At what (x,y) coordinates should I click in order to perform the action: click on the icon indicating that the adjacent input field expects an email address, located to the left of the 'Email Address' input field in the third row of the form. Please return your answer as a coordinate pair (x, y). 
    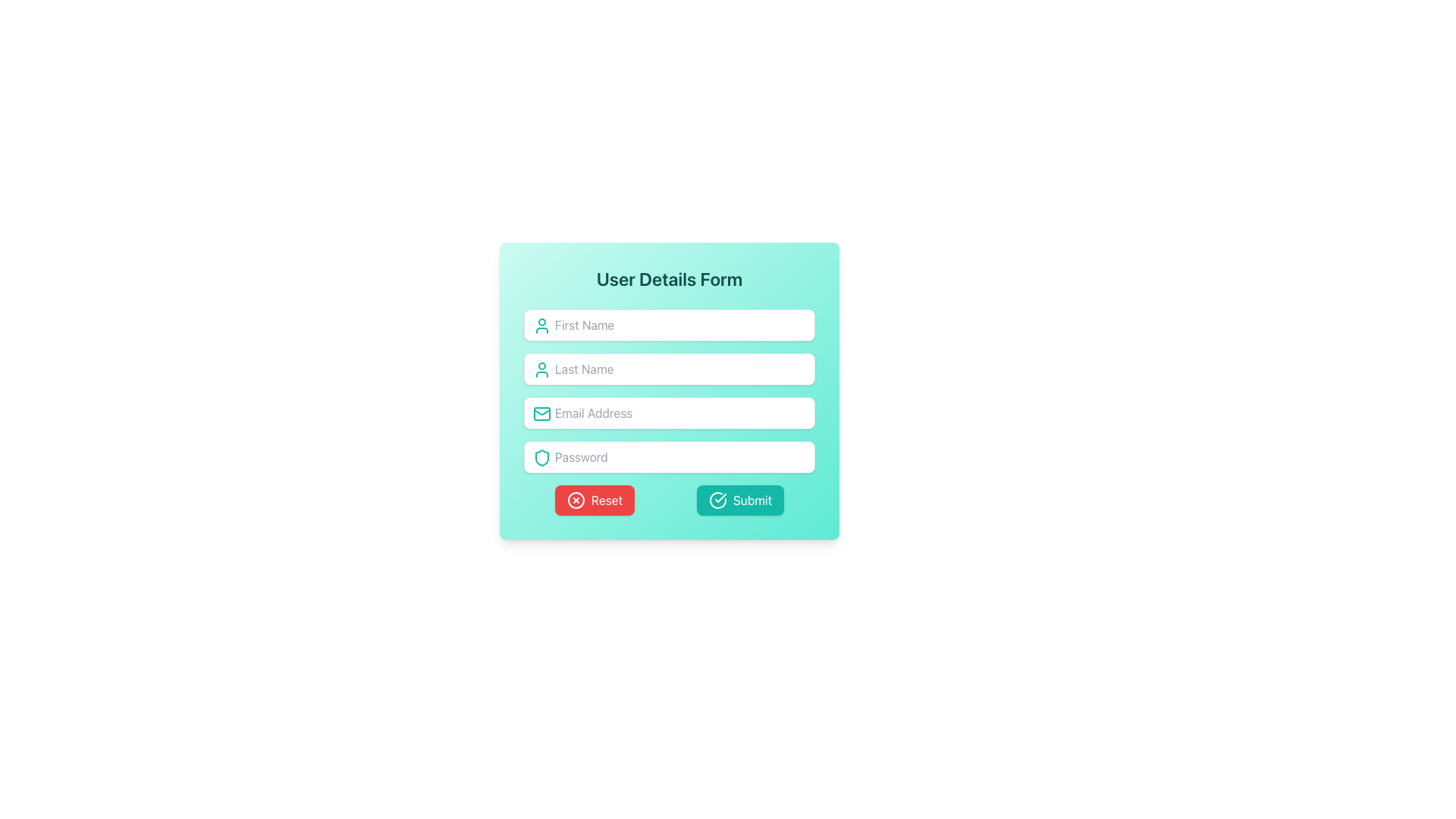
    Looking at the image, I should click on (542, 414).